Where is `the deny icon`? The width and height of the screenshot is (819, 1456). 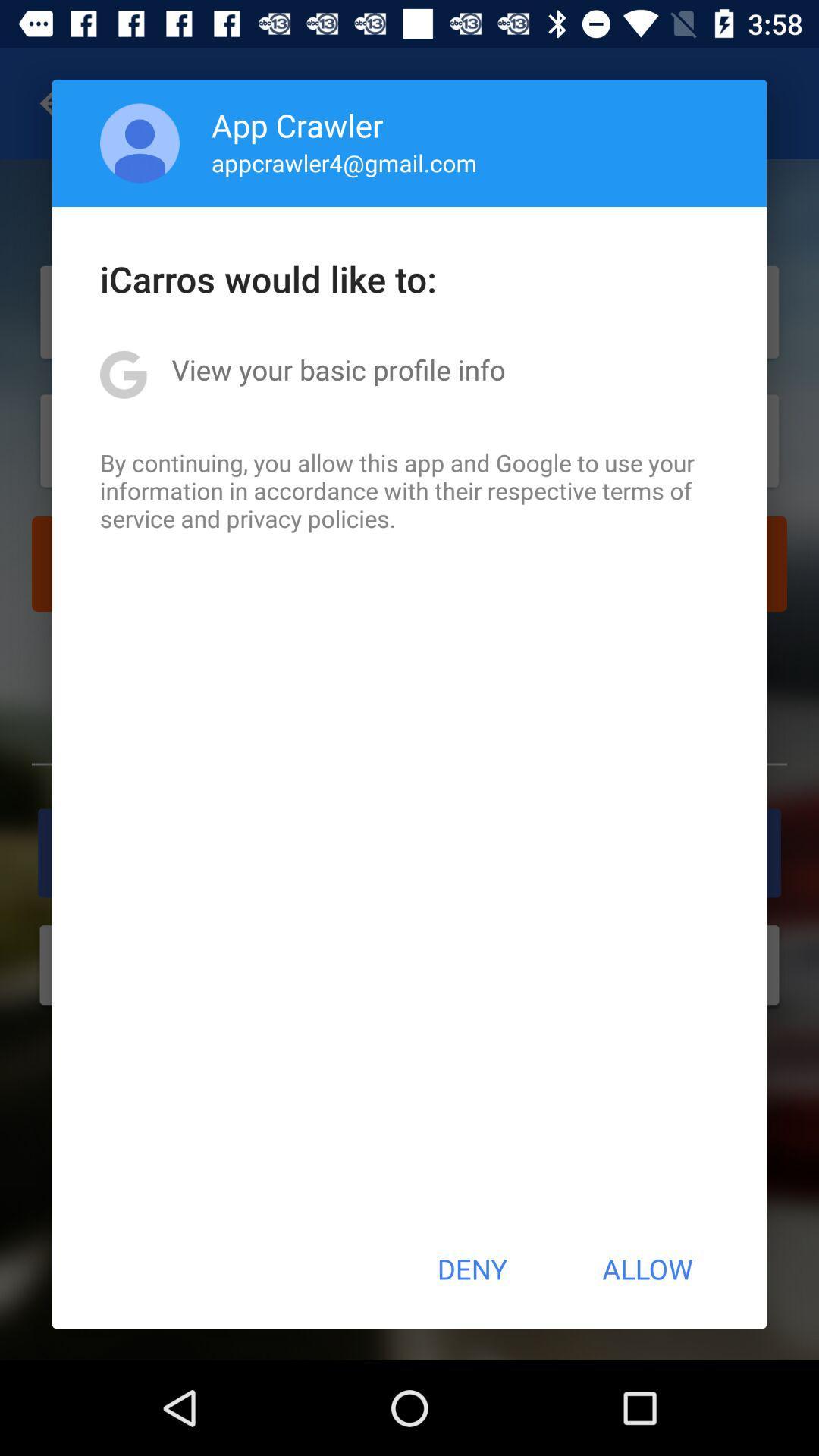 the deny icon is located at coordinates (471, 1269).